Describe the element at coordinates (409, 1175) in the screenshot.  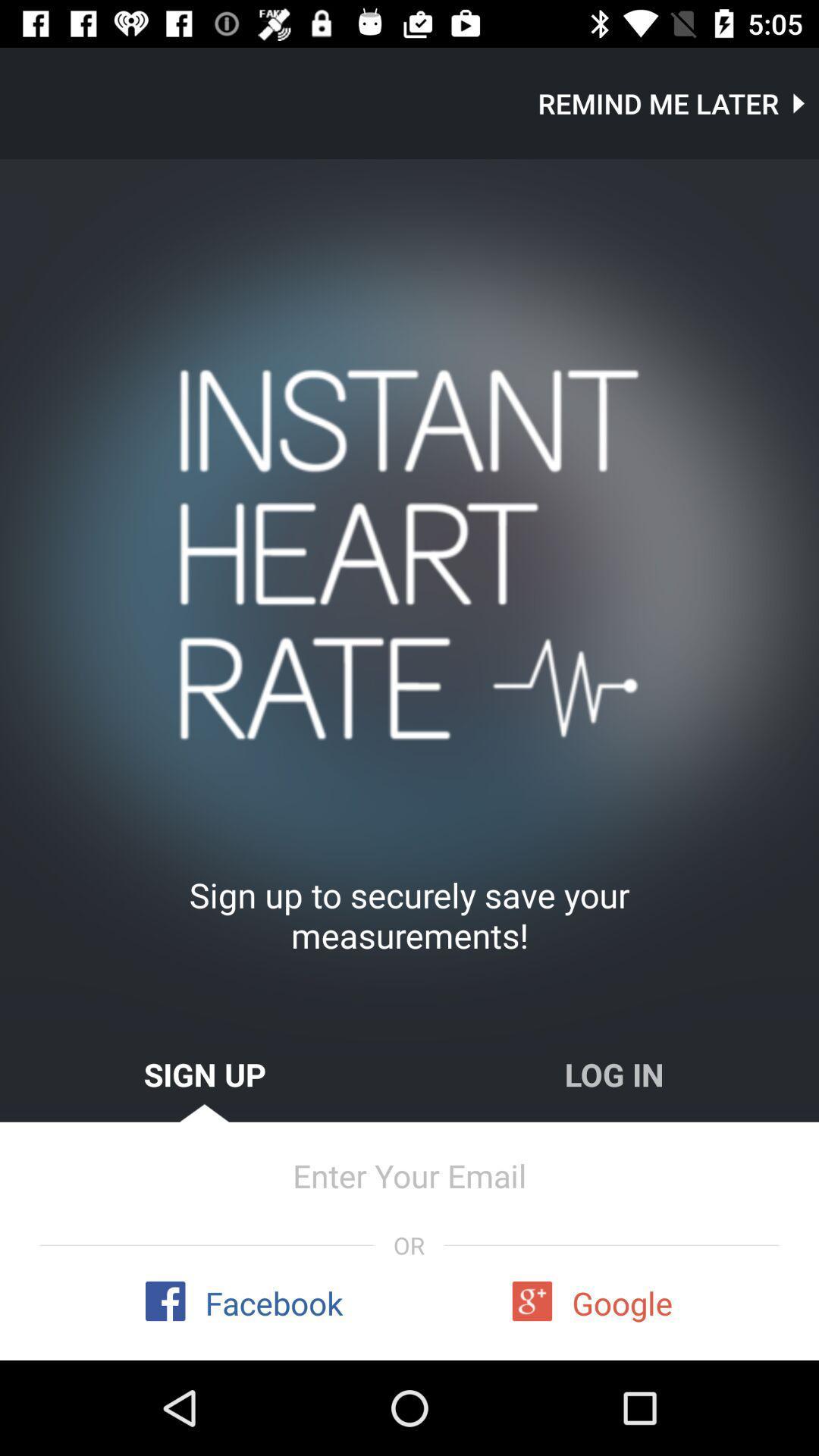
I see `the enter your email item` at that location.